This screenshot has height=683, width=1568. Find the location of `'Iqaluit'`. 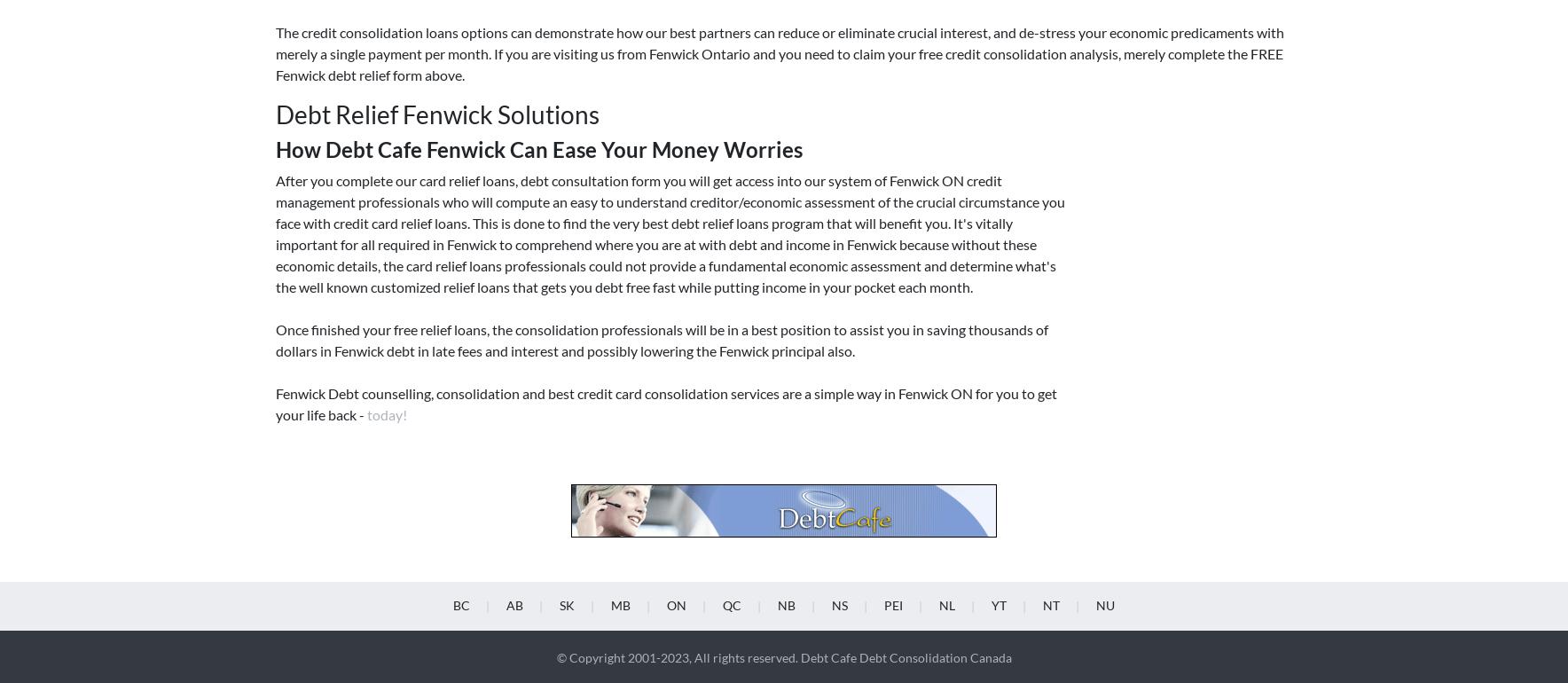

'Iqaluit' is located at coordinates (1105, 303).